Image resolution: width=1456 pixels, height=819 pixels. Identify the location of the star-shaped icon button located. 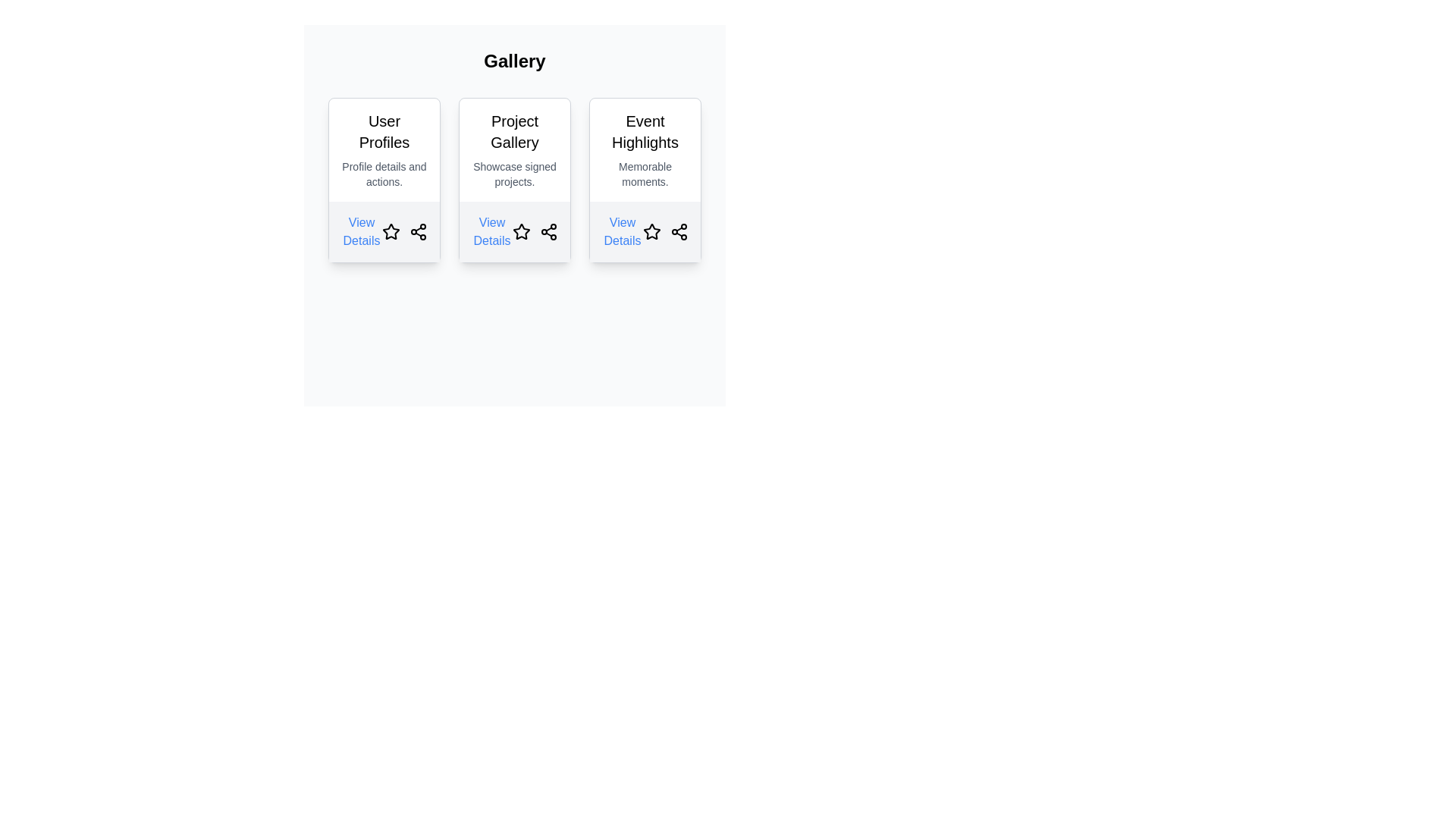
(651, 231).